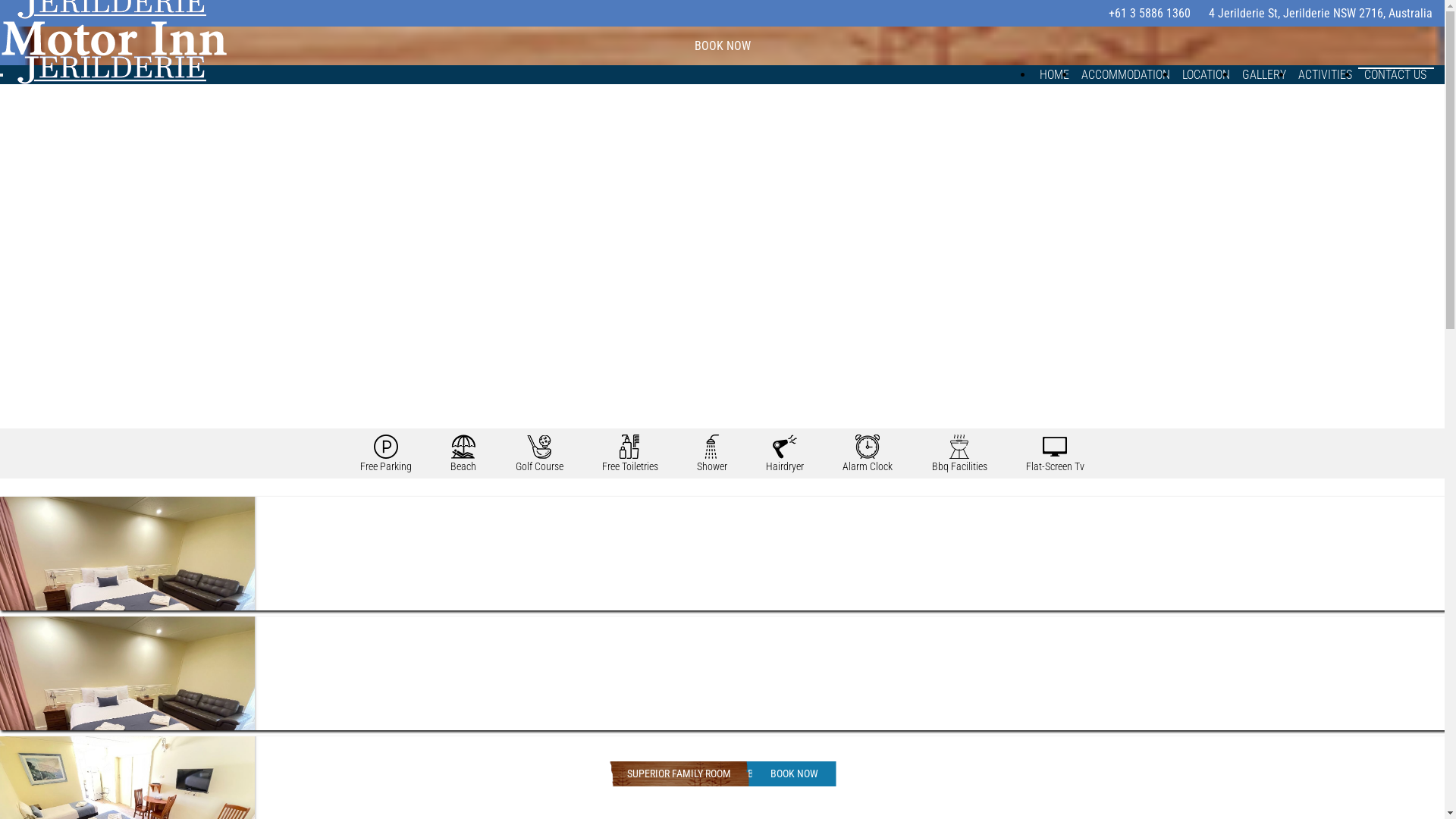 Image resolution: width=1456 pixels, height=819 pixels. I want to click on 'BOOK NOW', so click(793, 773).